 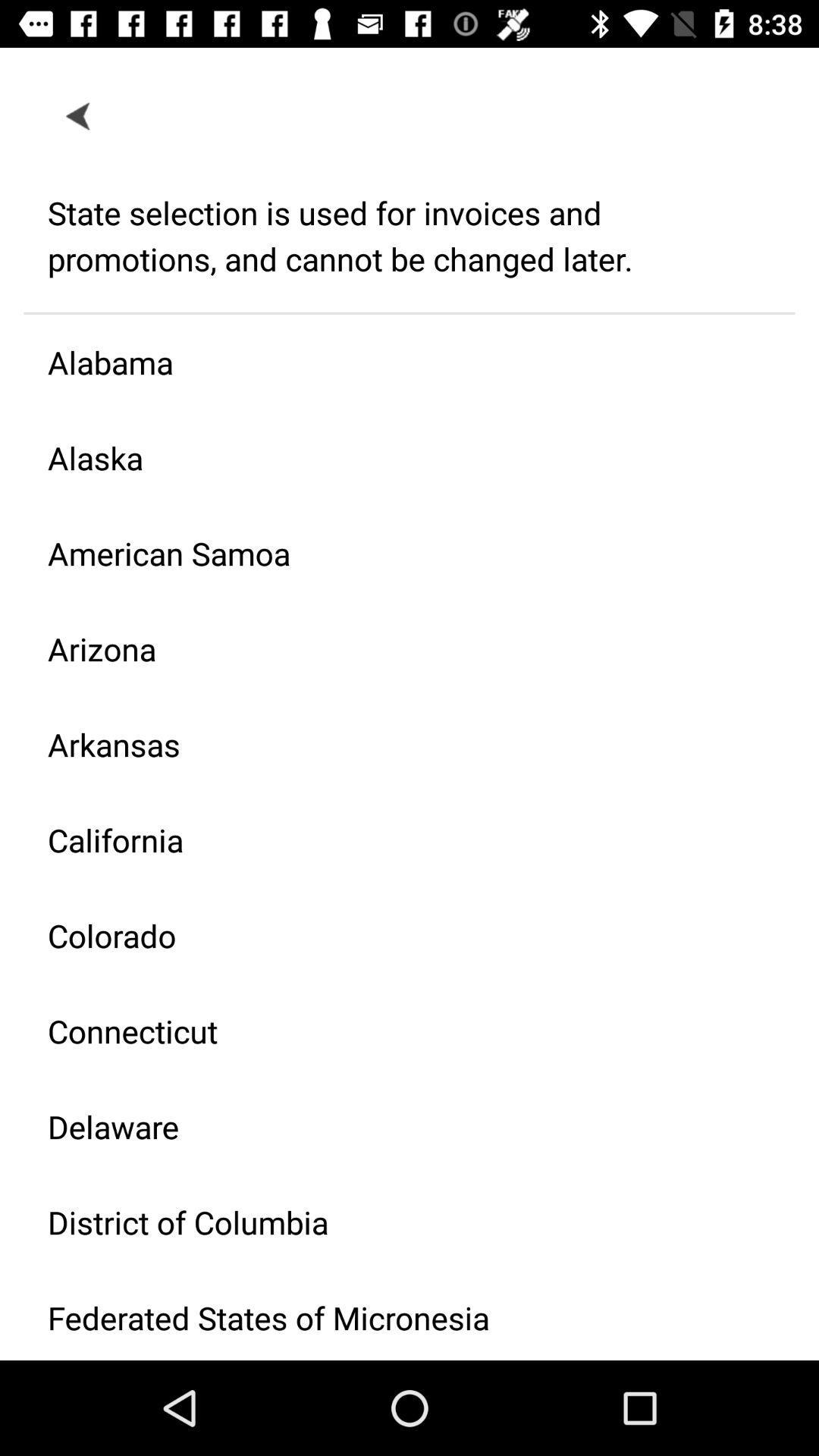 What do you see at coordinates (397, 934) in the screenshot?
I see `colorado icon` at bounding box center [397, 934].